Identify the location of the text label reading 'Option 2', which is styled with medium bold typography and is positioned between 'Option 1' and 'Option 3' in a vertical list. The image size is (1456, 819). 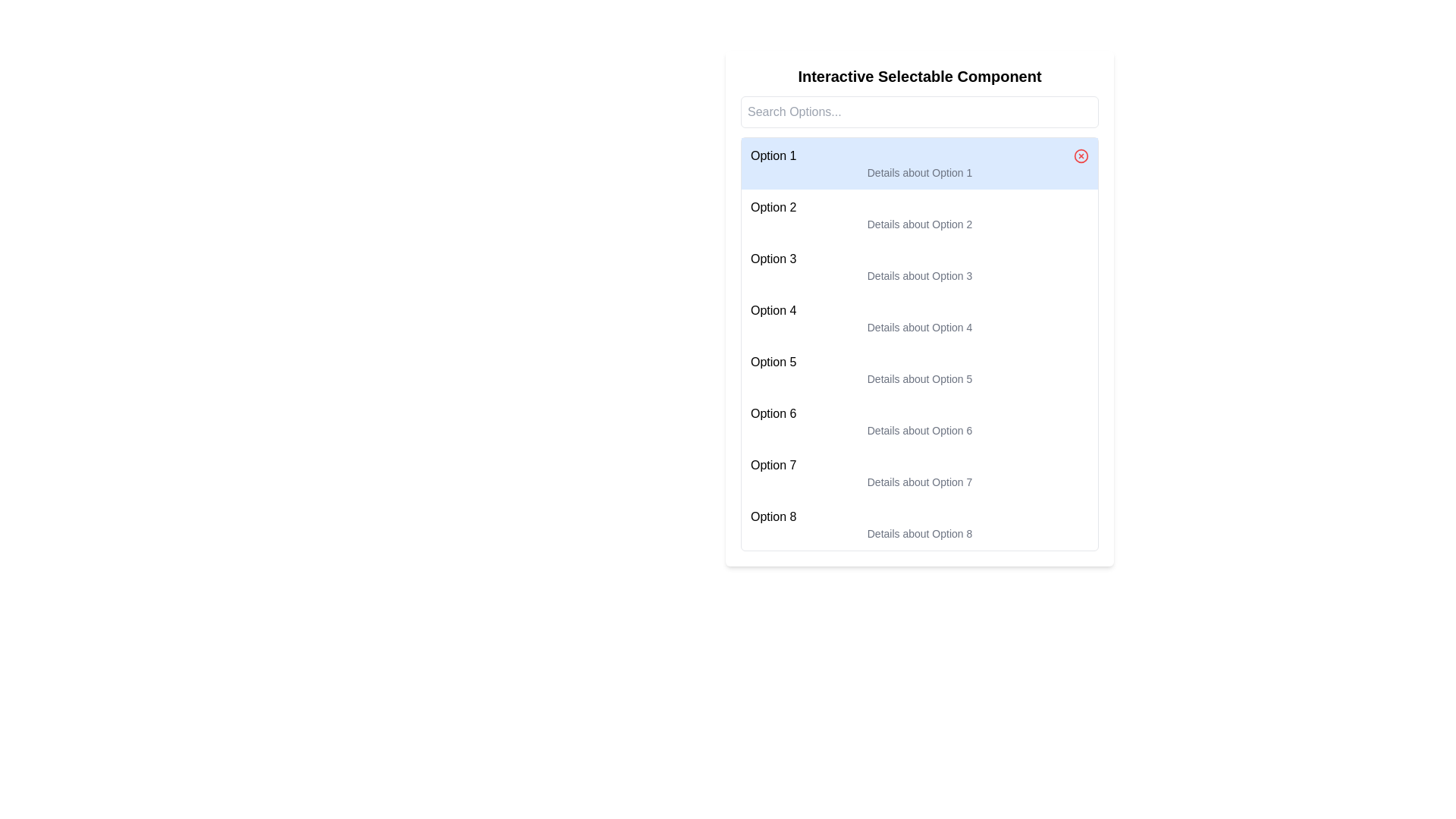
(773, 207).